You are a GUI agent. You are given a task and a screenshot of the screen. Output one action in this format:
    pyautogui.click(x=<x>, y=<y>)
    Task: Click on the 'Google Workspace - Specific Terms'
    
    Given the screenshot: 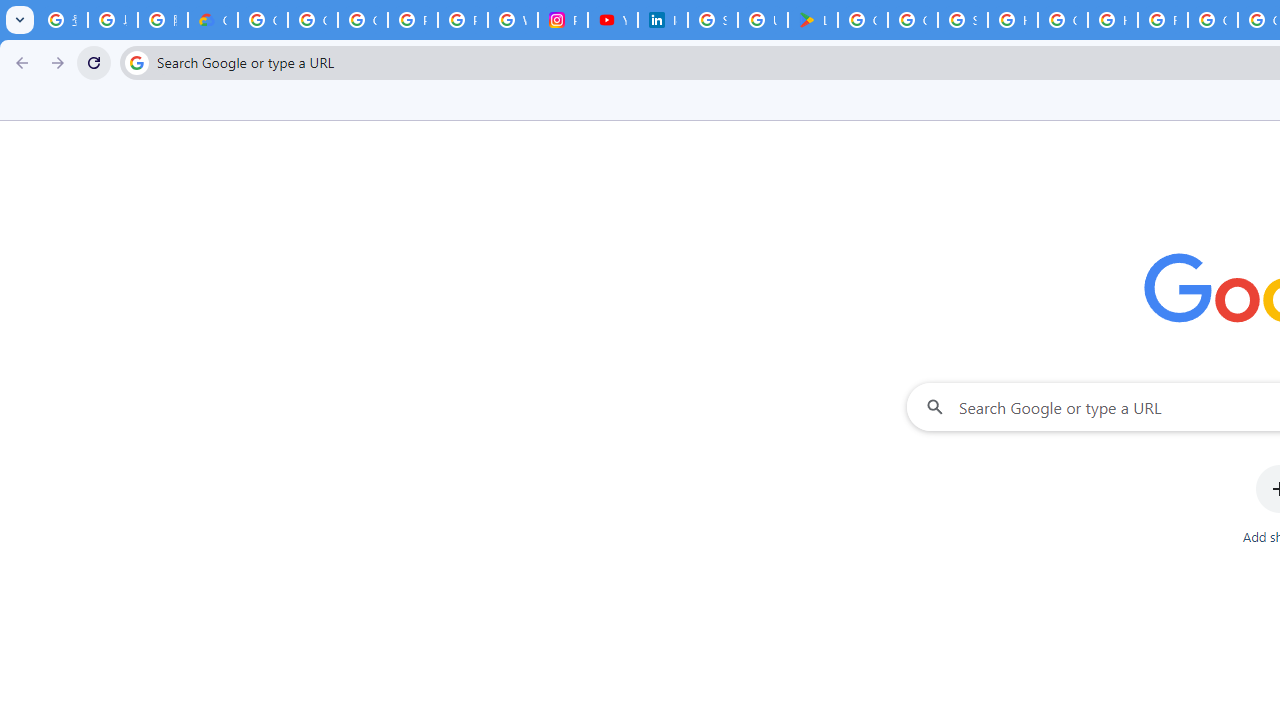 What is the action you would take?
    pyautogui.click(x=912, y=20)
    